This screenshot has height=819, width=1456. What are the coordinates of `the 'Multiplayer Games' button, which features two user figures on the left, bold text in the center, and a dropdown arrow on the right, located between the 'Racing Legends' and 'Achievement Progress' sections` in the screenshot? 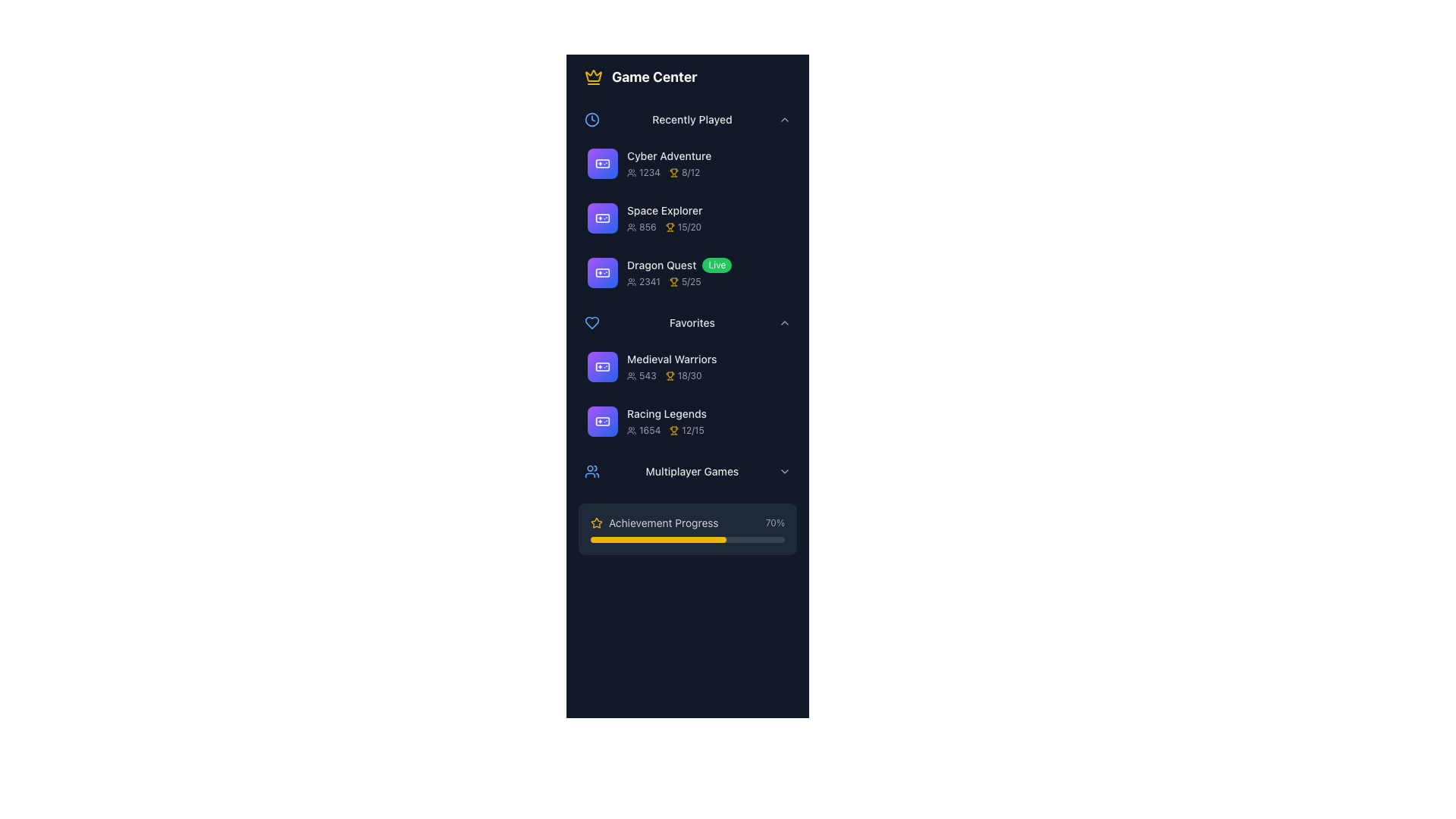 It's located at (687, 470).